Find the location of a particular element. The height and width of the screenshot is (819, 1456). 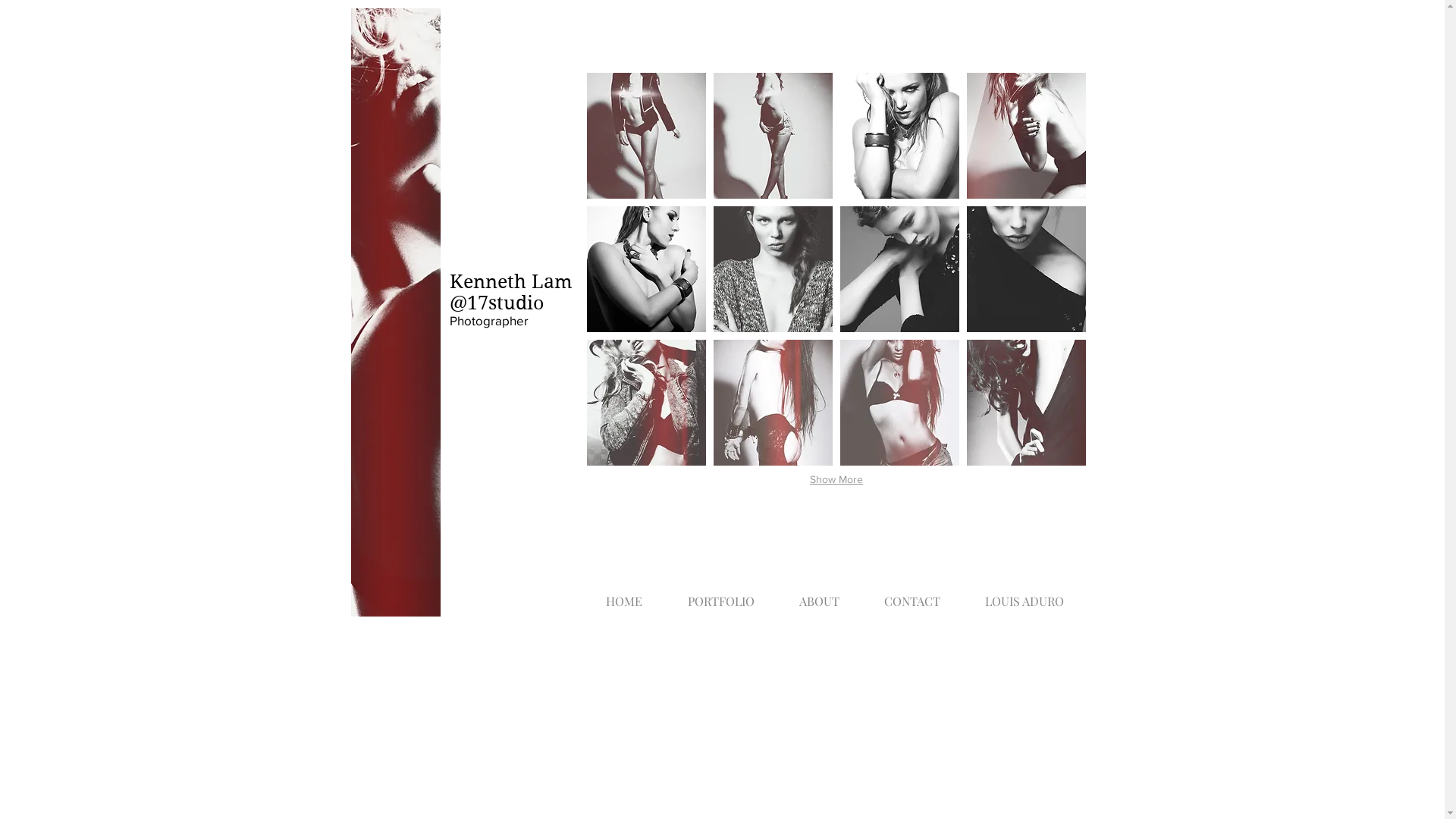

'ABOUT' is located at coordinates (818, 593).